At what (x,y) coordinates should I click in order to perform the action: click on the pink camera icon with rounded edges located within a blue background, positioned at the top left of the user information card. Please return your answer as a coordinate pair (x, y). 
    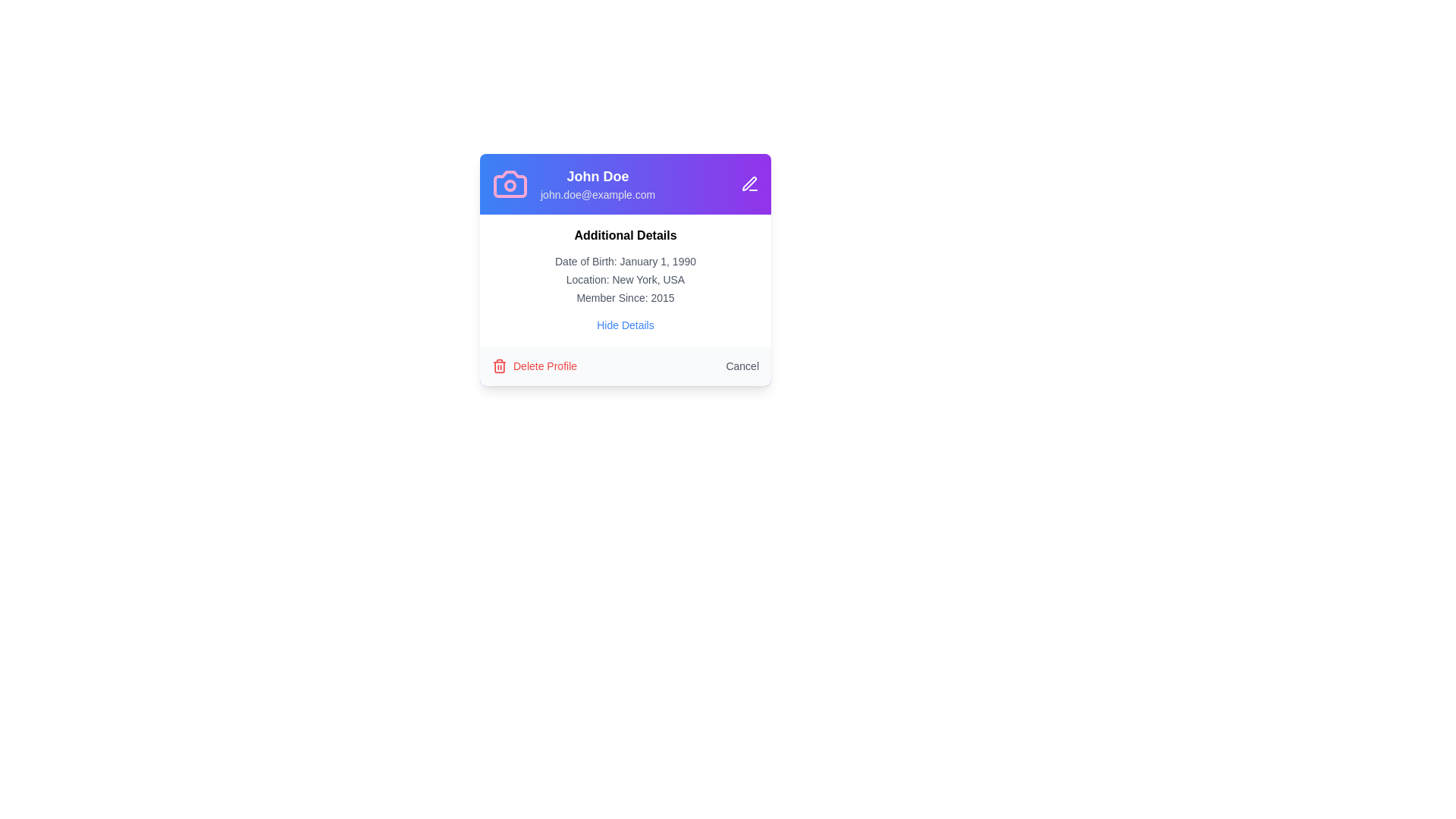
    Looking at the image, I should click on (510, 184).